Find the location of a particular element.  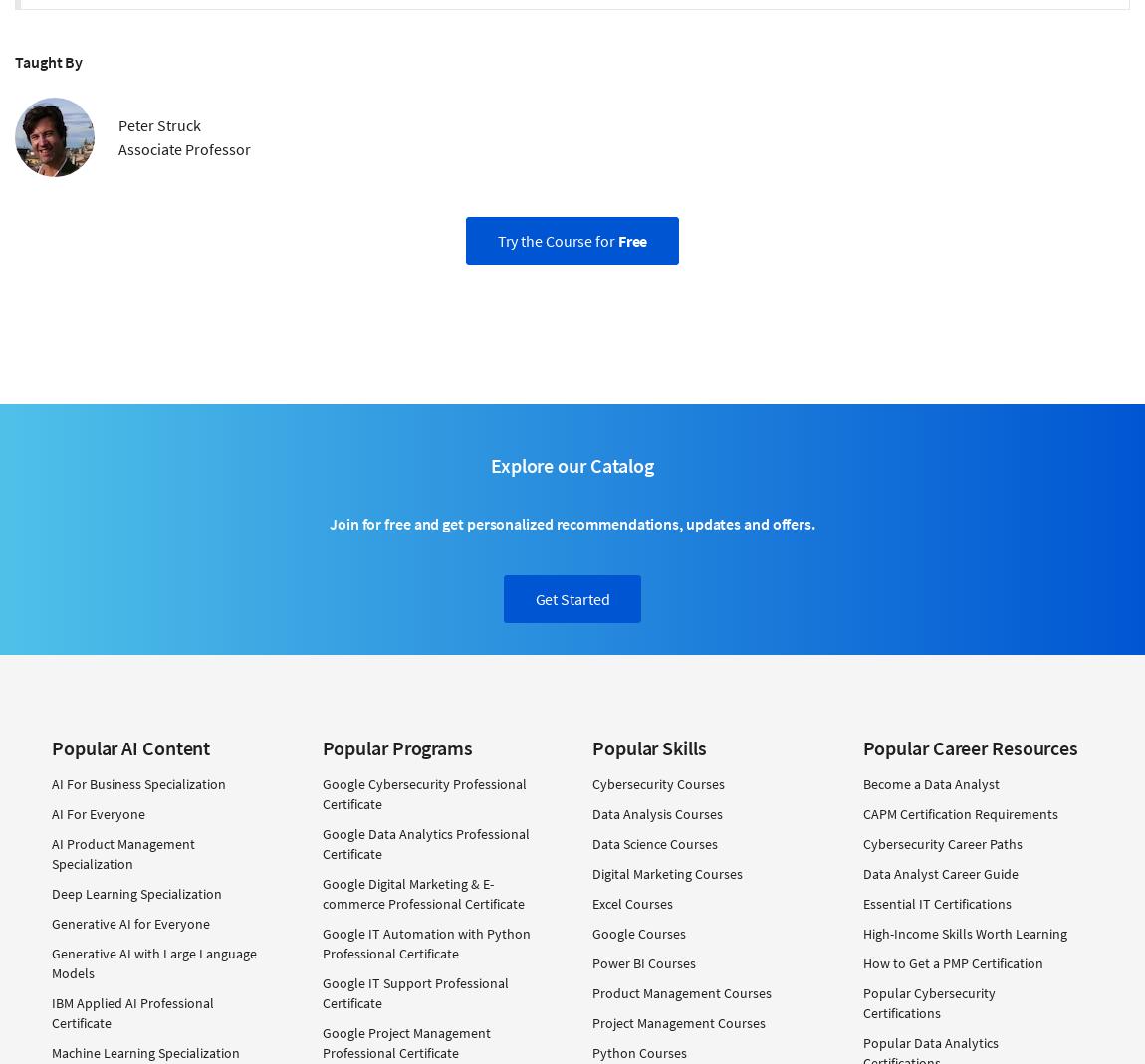

'AI For Business Specialization' is located at coordinates (137, 782).